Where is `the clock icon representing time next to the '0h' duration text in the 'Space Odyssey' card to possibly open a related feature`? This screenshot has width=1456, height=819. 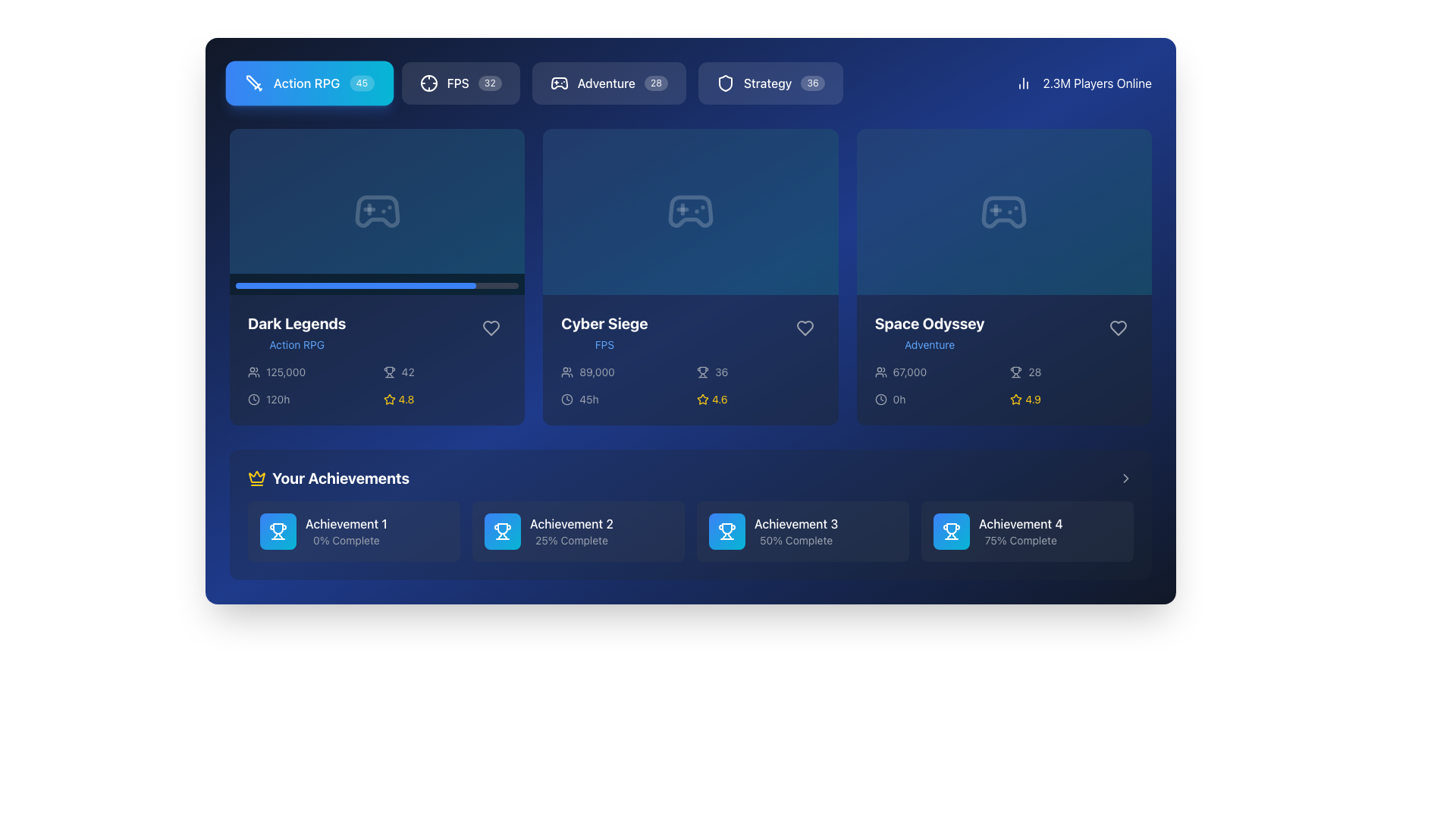
the clock icon representing time next to the '0h' duration text in the 'Space Odyssey' card to possibly open a related feature is located at coordinates (880, 399).